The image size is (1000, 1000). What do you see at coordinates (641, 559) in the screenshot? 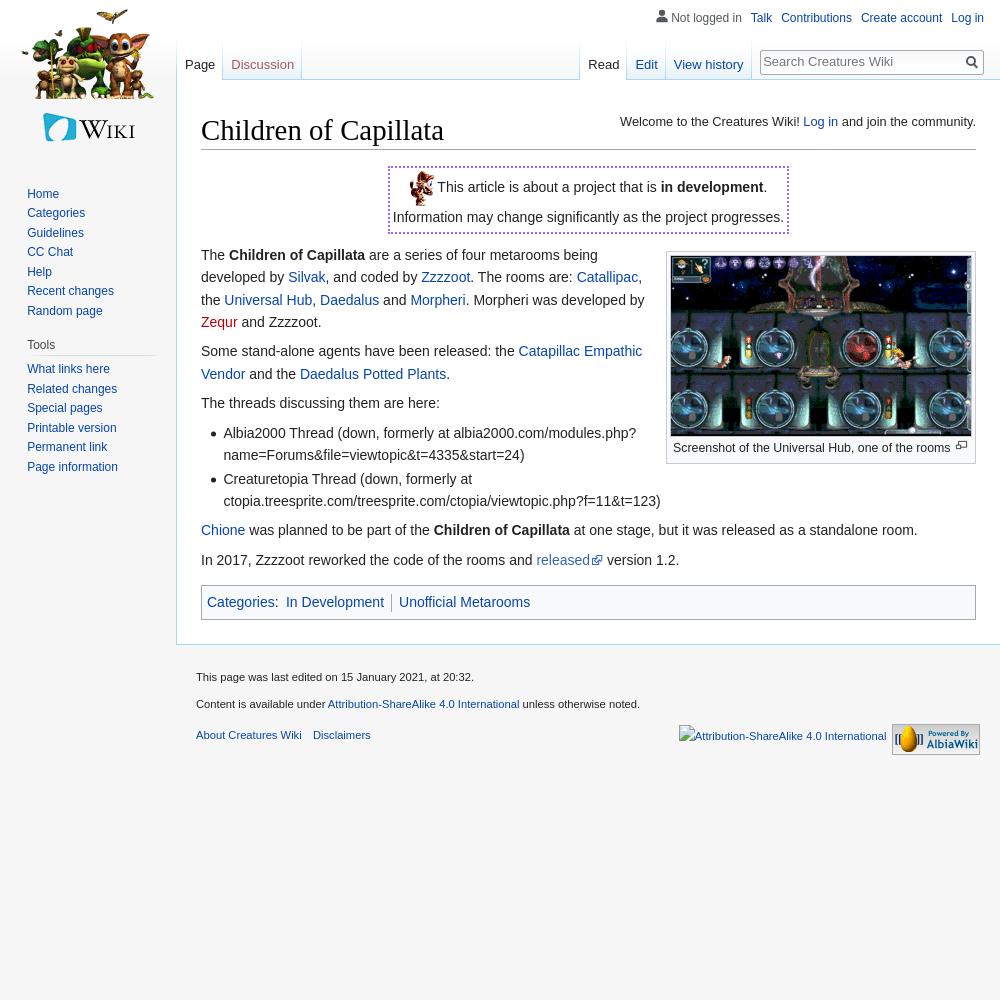
I see `'version 1.2.'` at bounding box center [641, 559].